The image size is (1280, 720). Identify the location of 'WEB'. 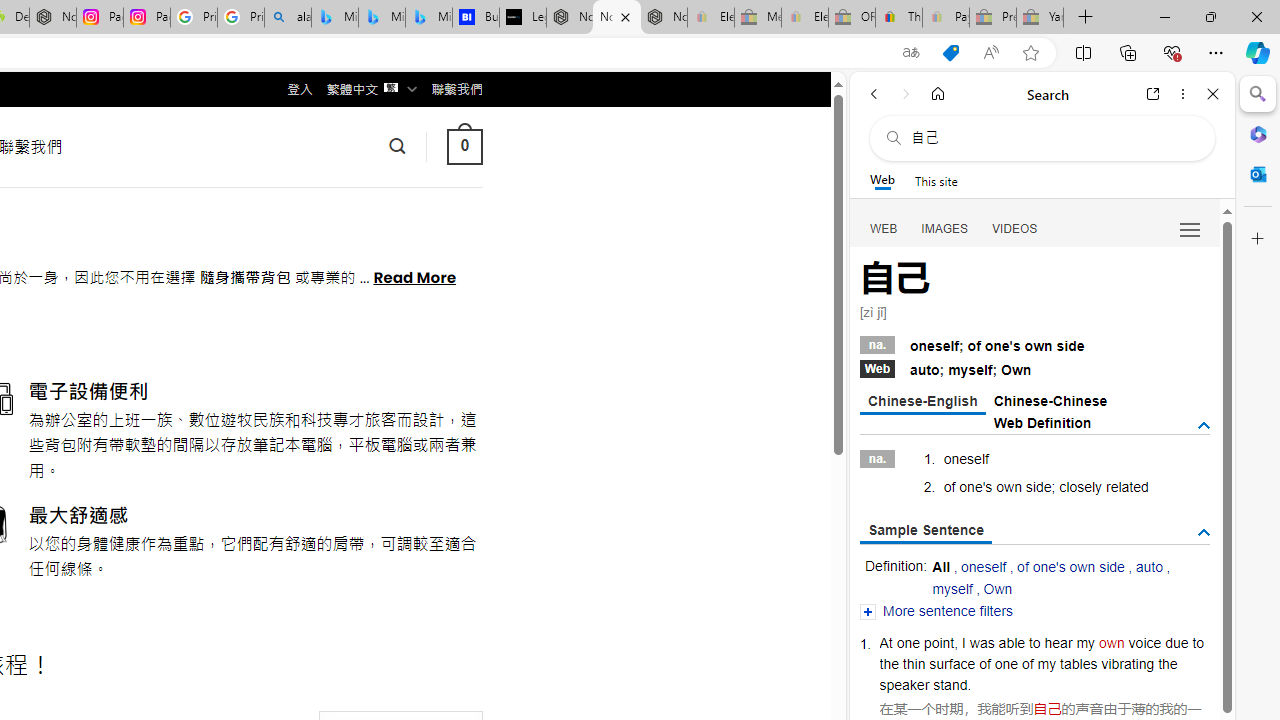
(883, 227).